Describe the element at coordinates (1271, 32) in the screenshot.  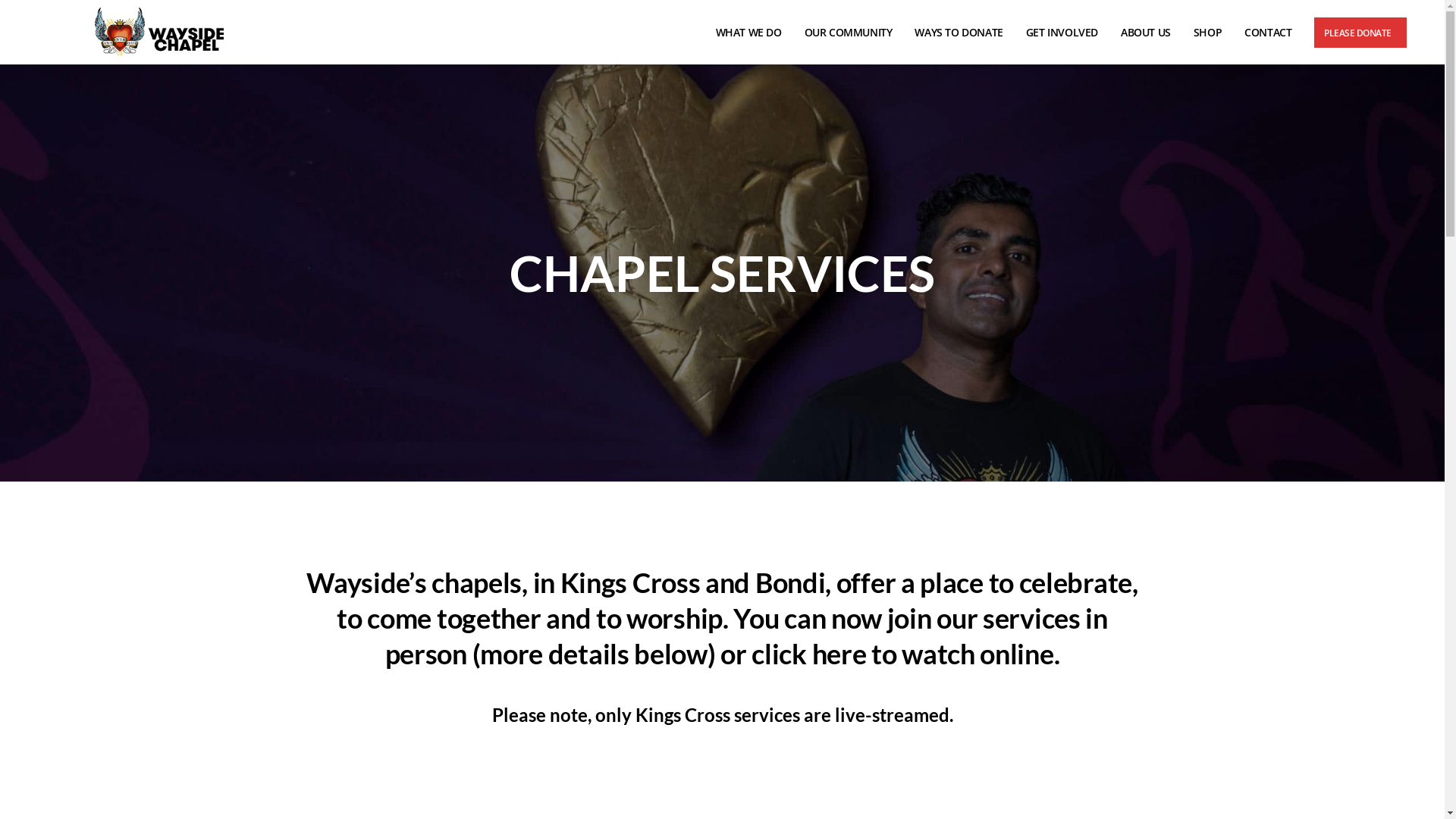
I see `'CONTACT'` at that location.